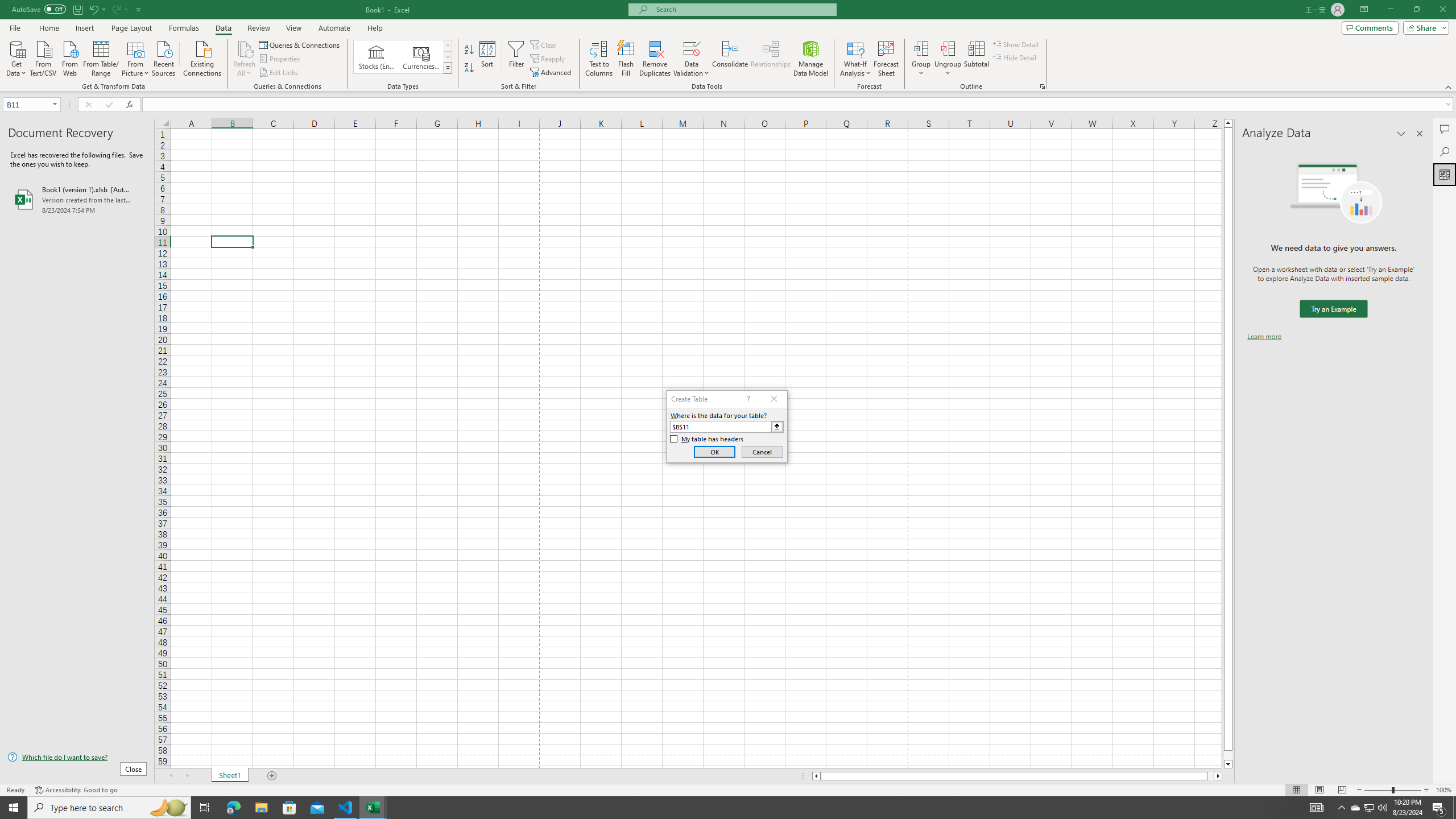 This screenshot has height=819, width=1456. Describe the element at coordinates (115, 9) in the screenshot. I see `'Redo'` at that location.